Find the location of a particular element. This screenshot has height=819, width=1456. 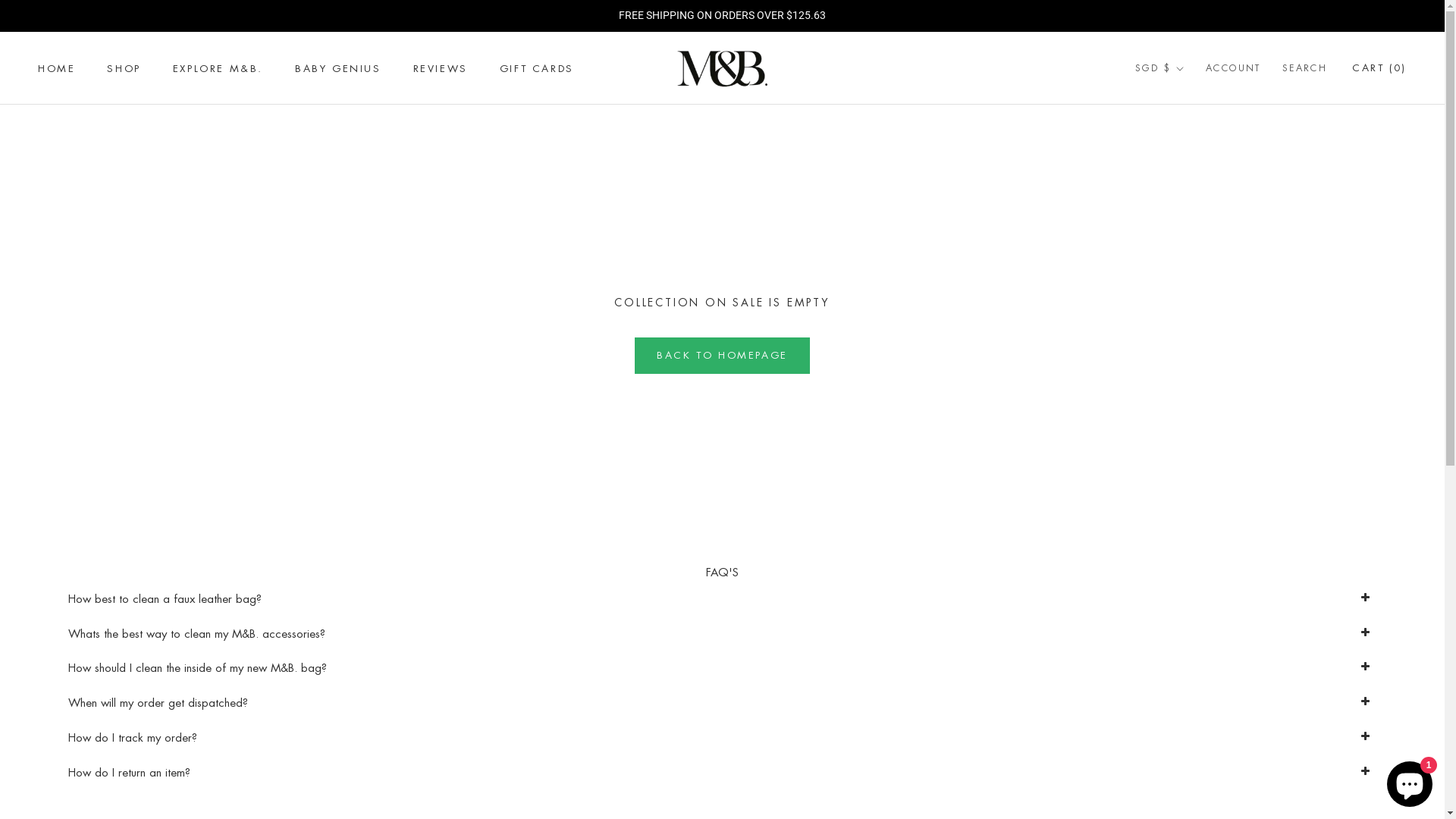

'EXPLORE M&B.' is located at coordinates (217, 68).